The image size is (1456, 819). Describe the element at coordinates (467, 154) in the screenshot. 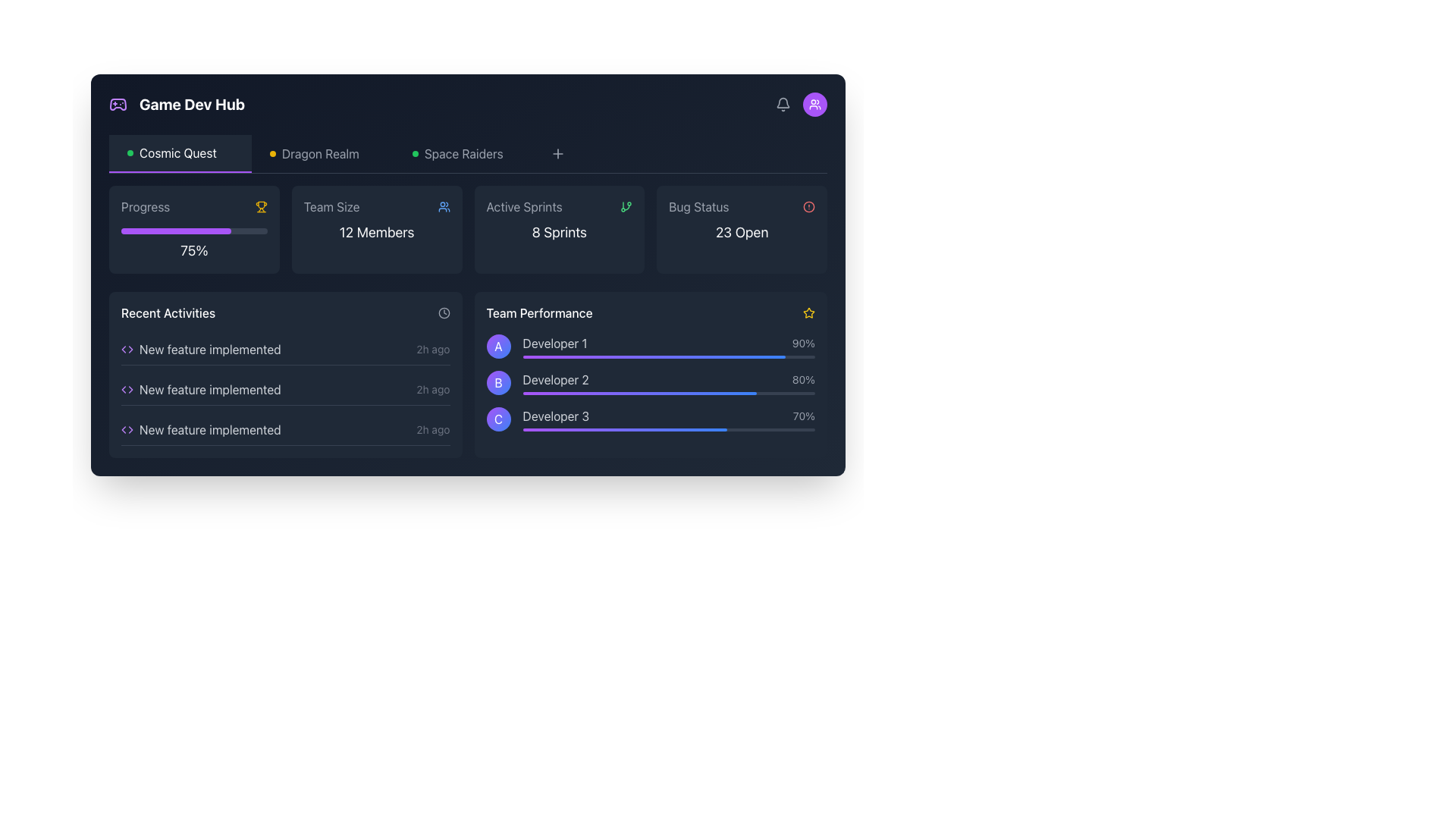

I see `the 'Cosmic Quest' item in the navigation menu` at that location.